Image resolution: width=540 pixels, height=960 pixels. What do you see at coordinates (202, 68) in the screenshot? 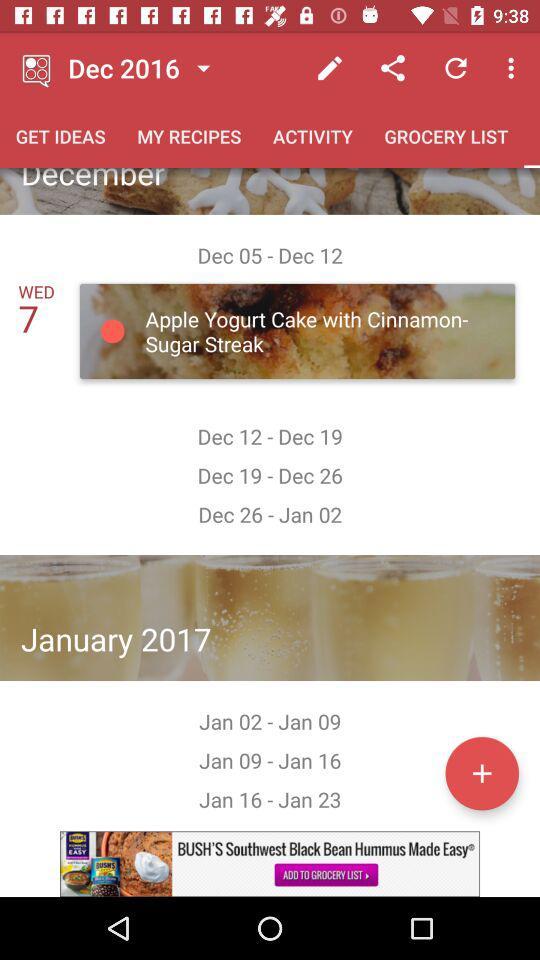
I see `dropdown right to dec 2016` at bounding box center [202, 68].